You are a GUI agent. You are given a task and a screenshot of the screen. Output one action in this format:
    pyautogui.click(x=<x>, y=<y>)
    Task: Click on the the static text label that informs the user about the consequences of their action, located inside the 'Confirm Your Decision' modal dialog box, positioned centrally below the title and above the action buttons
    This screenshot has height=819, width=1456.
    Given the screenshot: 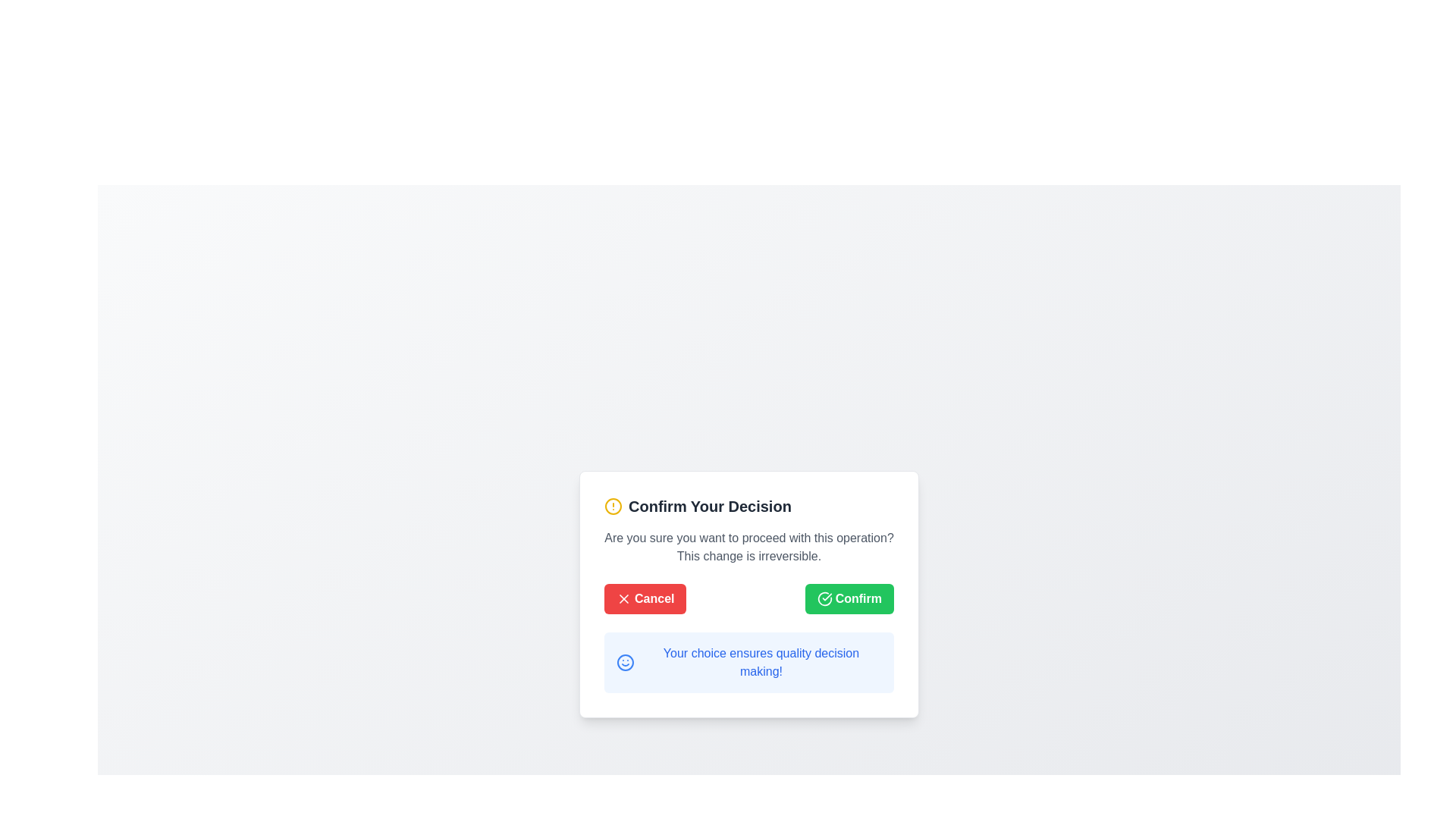 What is the action you would take?
    pyautogui.click(x=749, y=547)
    